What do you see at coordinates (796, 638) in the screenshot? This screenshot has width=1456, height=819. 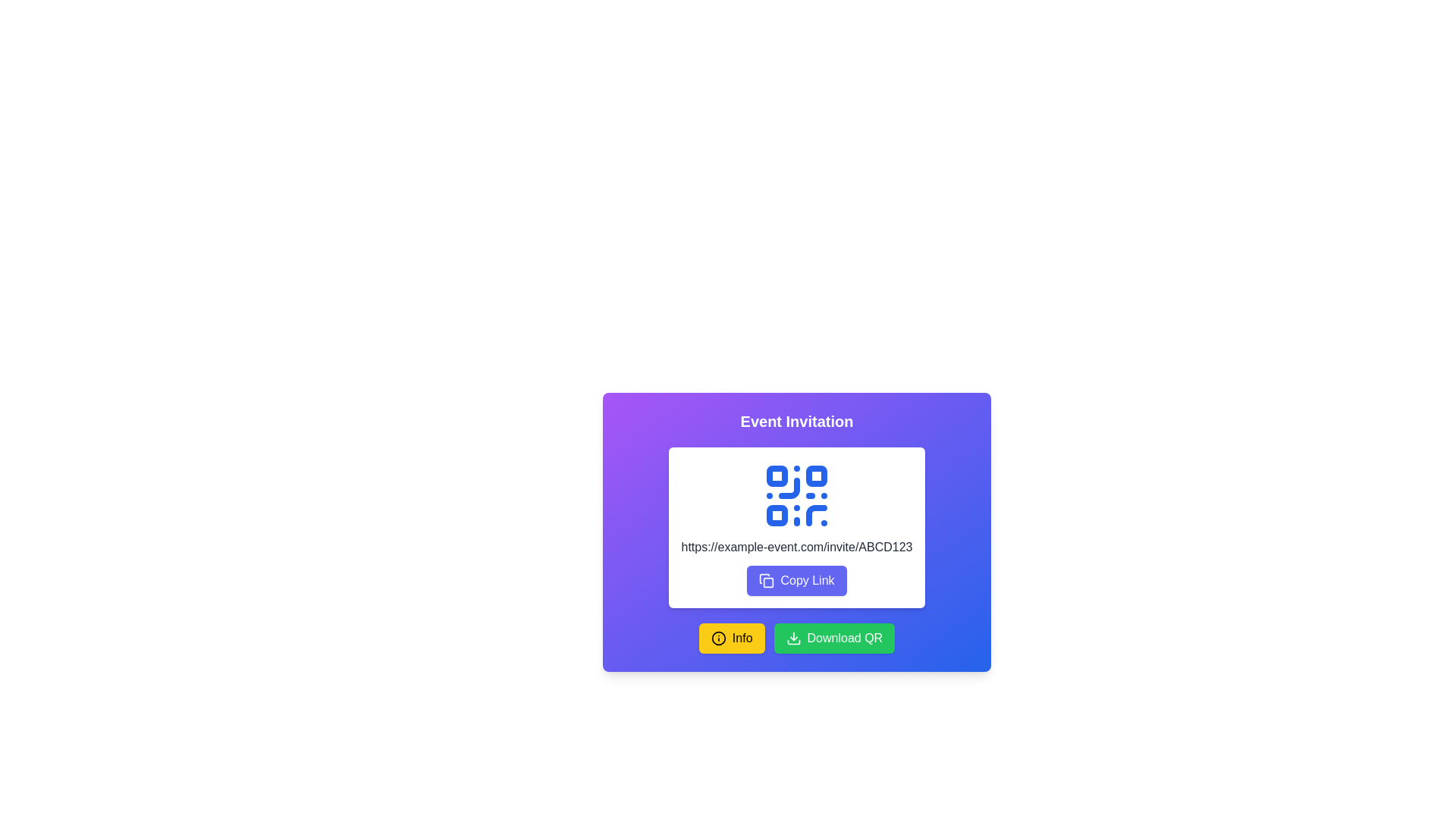 I see `the download button located at the bottom right corner of the panel, which allows users to download the associated QR code` at bounding box center [796, 638].